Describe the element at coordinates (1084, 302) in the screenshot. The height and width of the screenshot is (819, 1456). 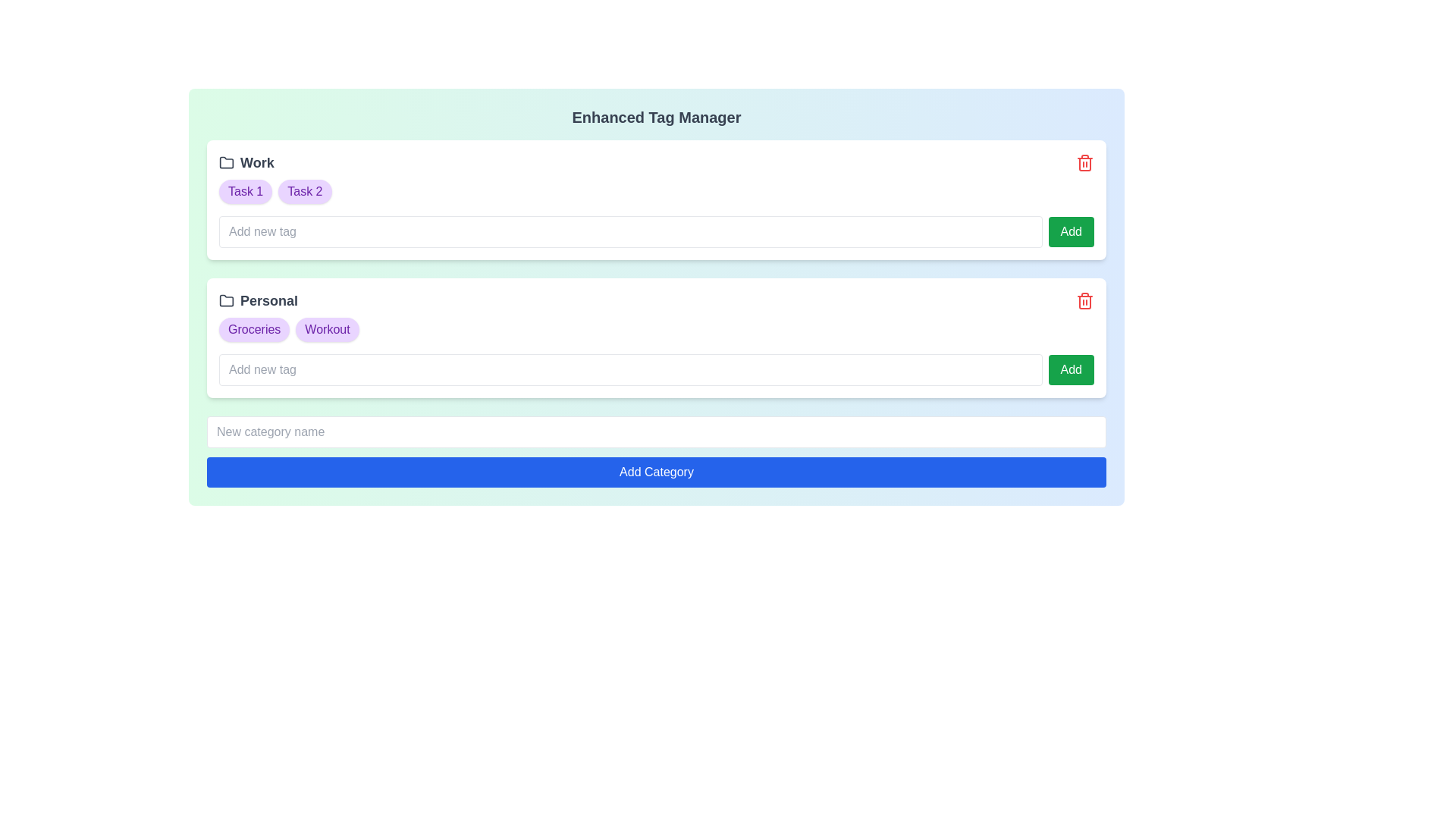
I see `the delete icon located in the top-right corner of the category section to initiate the delete action` at that location.